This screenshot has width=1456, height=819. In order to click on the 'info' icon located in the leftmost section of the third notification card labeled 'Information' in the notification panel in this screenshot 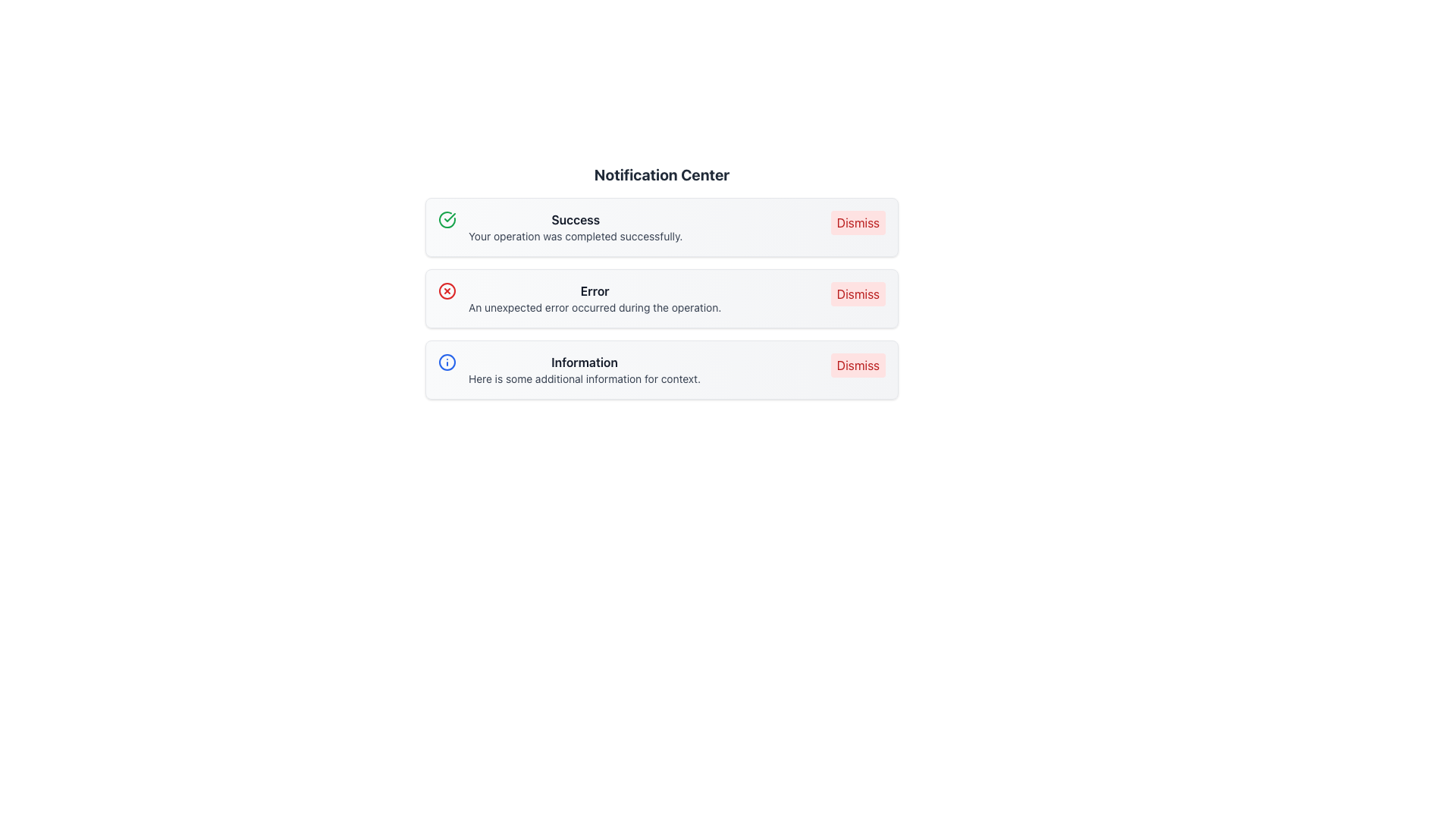, I will do `click(447, 362)`.